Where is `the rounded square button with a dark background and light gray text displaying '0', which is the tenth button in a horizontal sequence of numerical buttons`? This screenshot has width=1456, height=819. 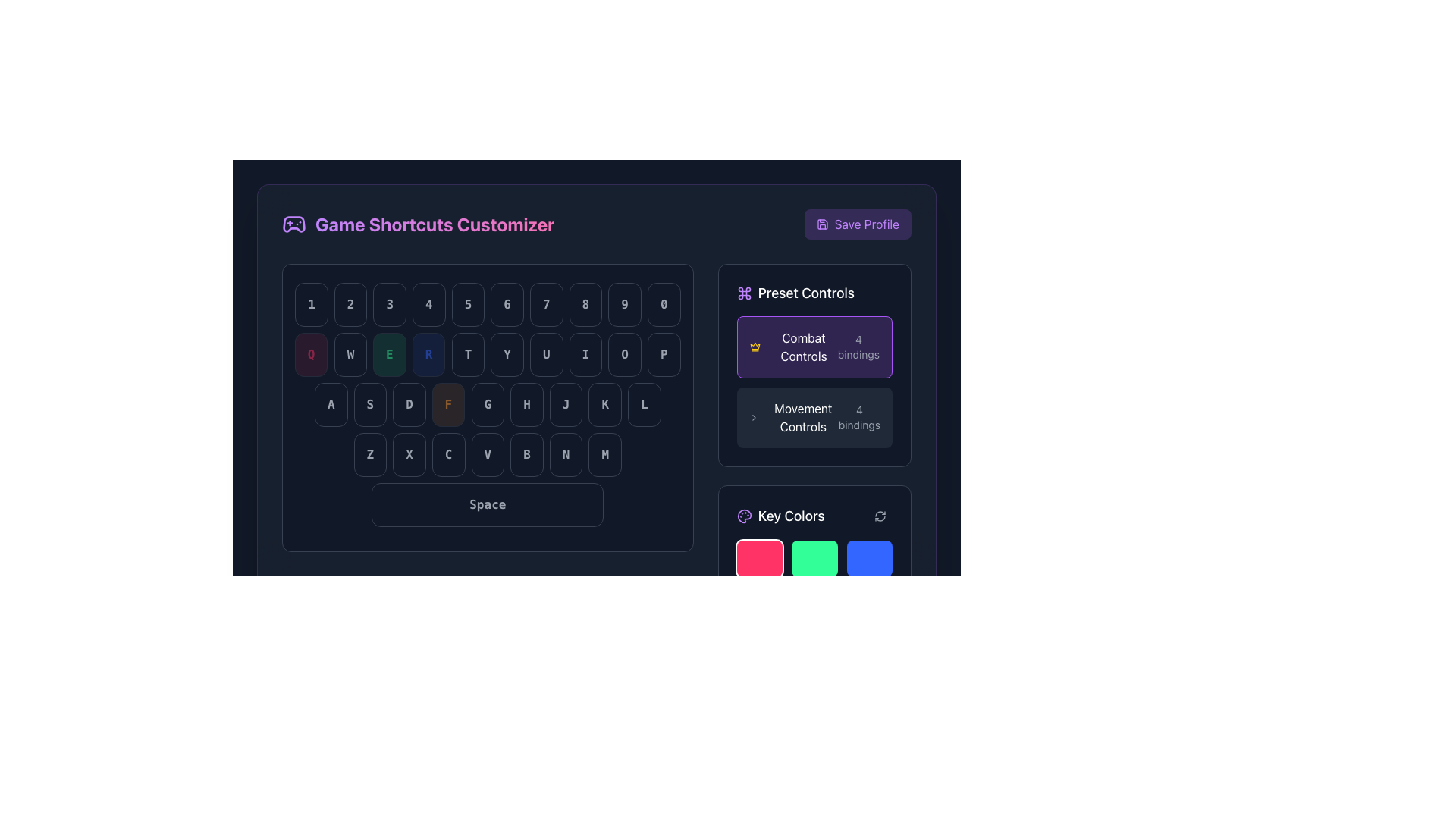 the rounded square button with a dark background and light gray text displaying '0', which is the tenth button in a horizontal sequence of numerical buttons is located at coordinates (664, 304).